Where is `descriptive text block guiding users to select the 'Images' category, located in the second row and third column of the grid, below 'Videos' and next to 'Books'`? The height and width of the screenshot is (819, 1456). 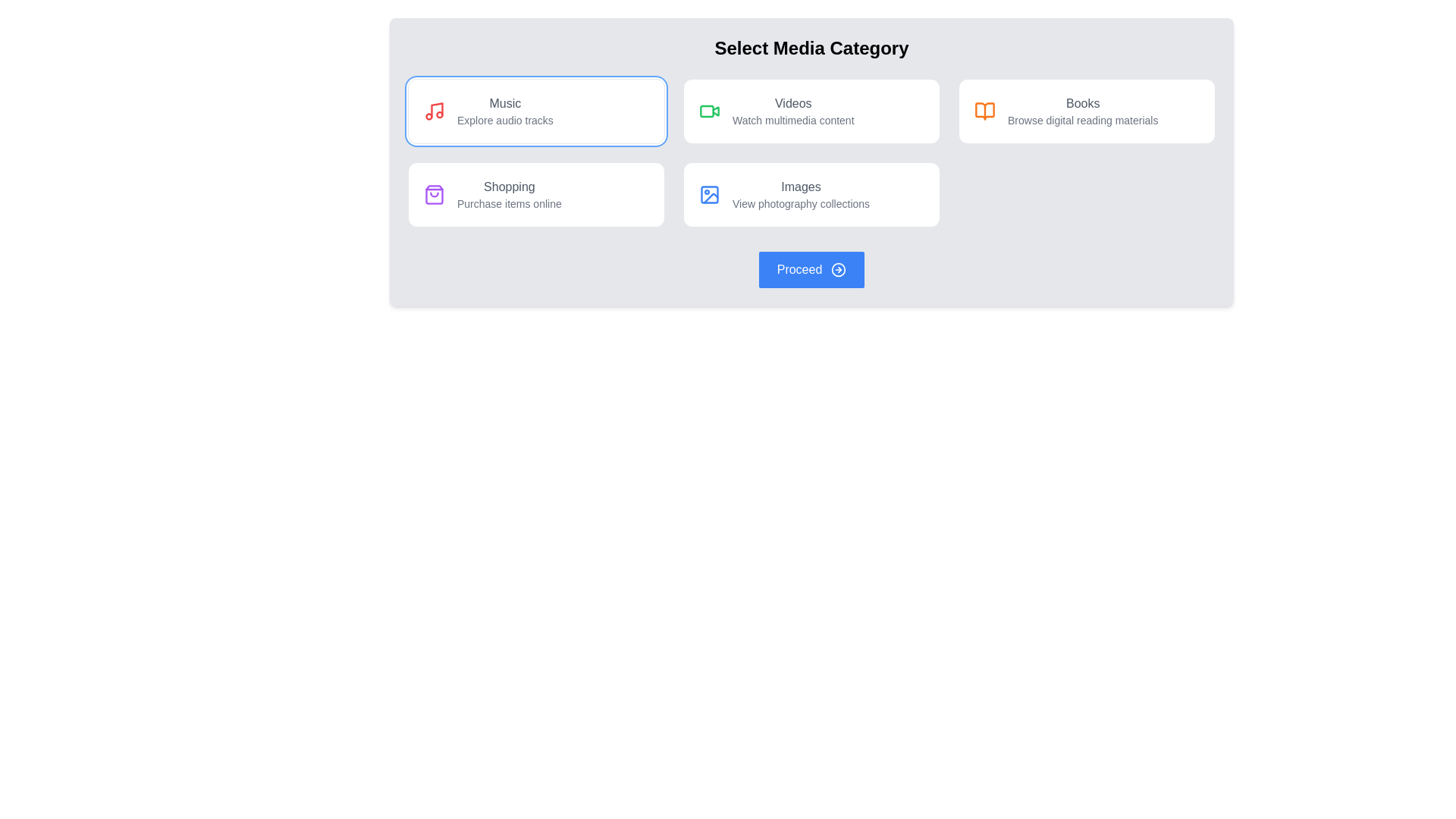
descriptive text block guiding users to select the 'Images' category, located in the second row and third column of the grid, below 'Videos' and next to 'Books' is located at coordinates (800, 194).